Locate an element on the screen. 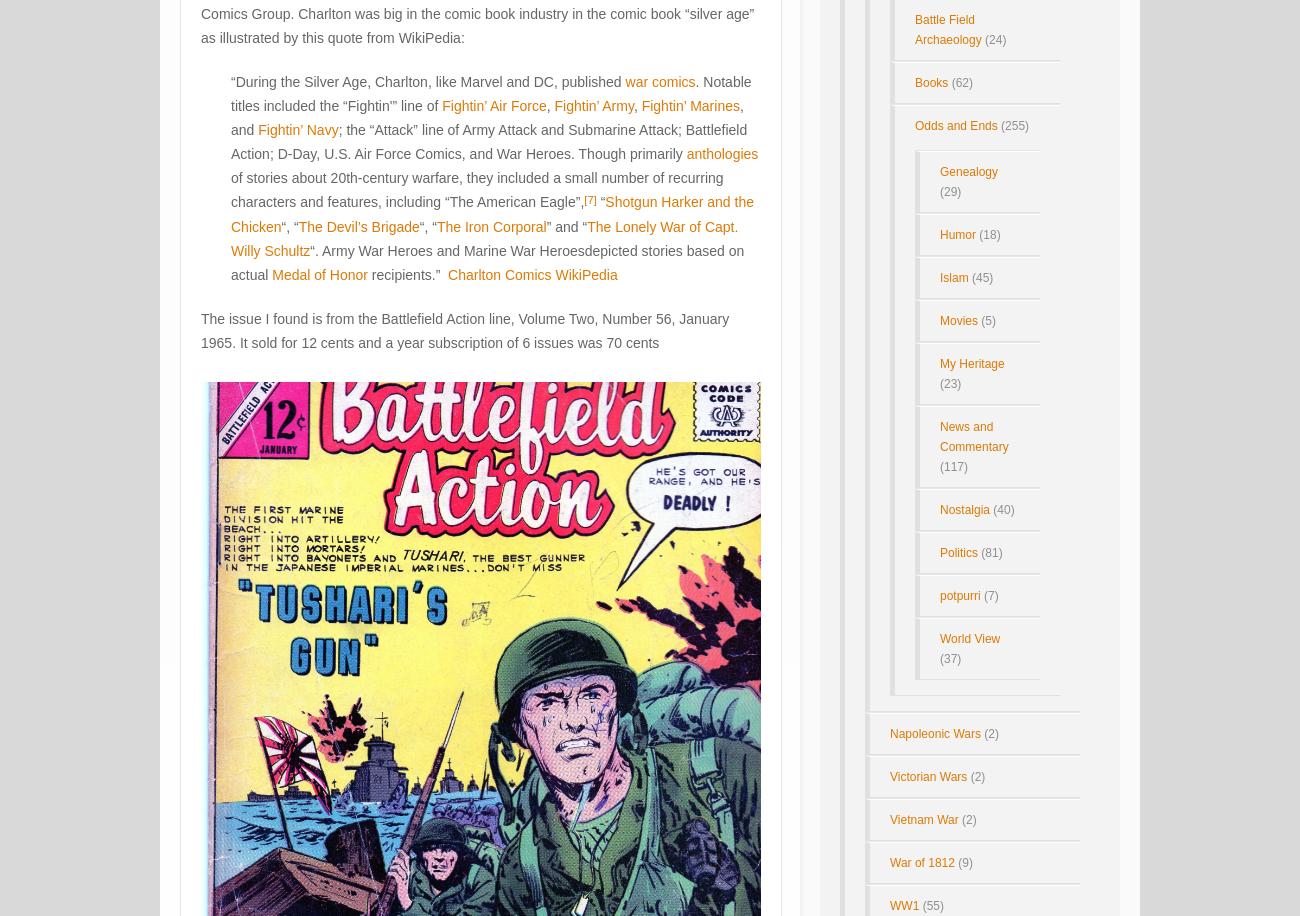 The height and width of the screenshot is (916, 1300). 'Odds and Ends' is located at coordinates (956, 126).